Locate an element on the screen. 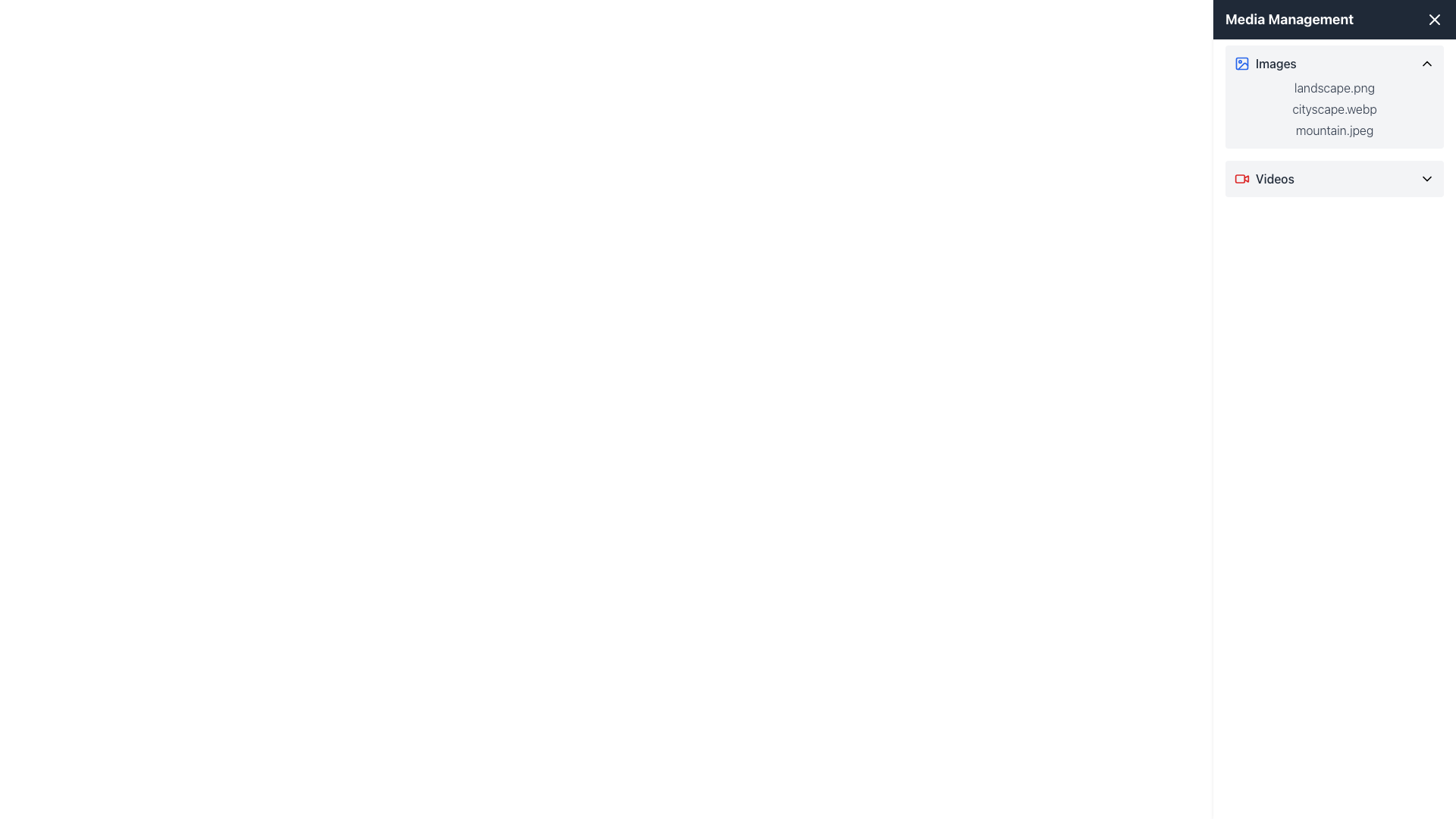 The width and height of the screenshot is (1456, 819). the second text label in the 'Images' section, which displays the filename 'cityscape.webp', to read it is located at coordinates (1335, 108).